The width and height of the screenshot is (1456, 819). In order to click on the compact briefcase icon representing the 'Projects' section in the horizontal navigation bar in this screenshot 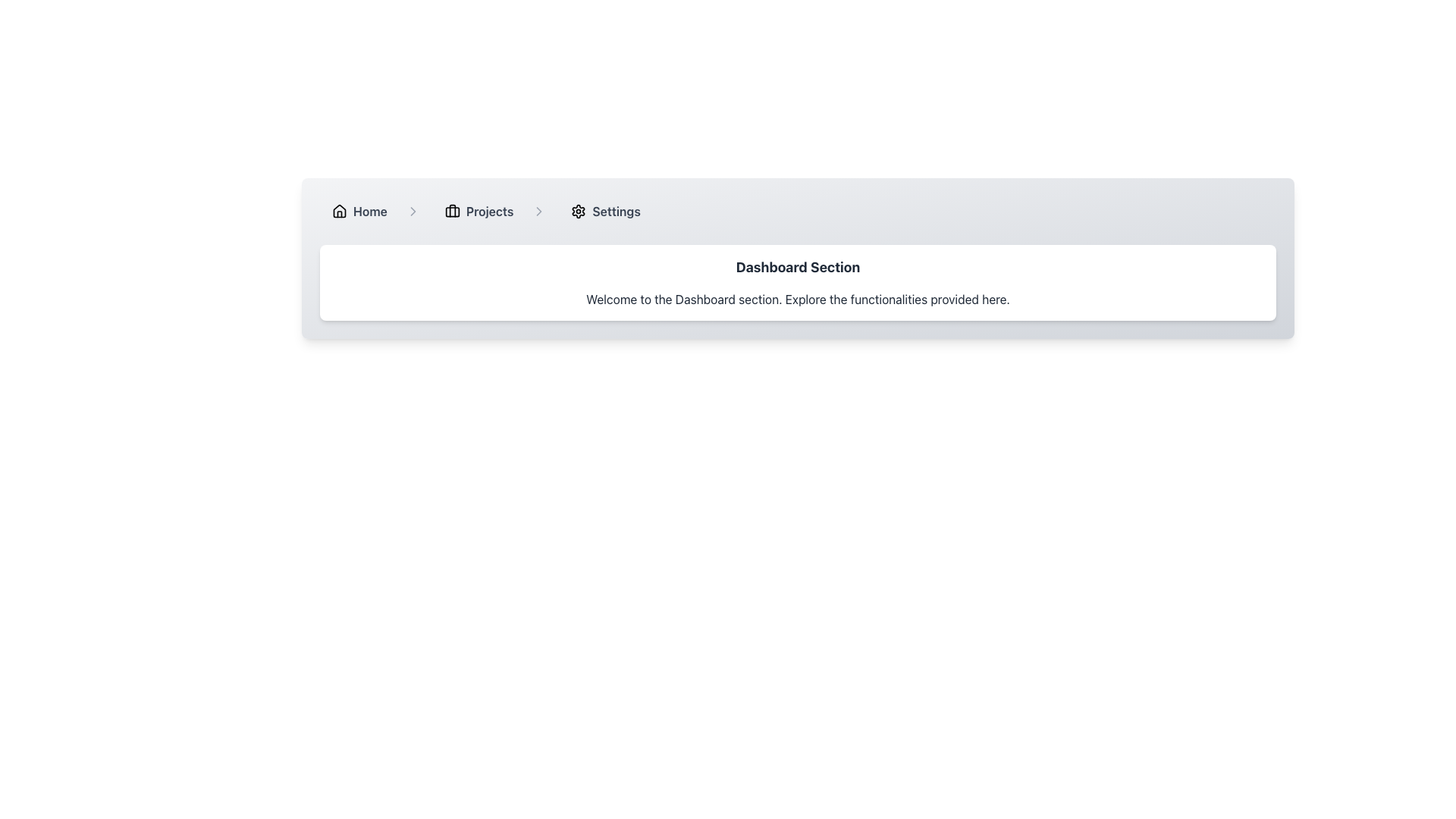, I will do `click(451, 211)`.